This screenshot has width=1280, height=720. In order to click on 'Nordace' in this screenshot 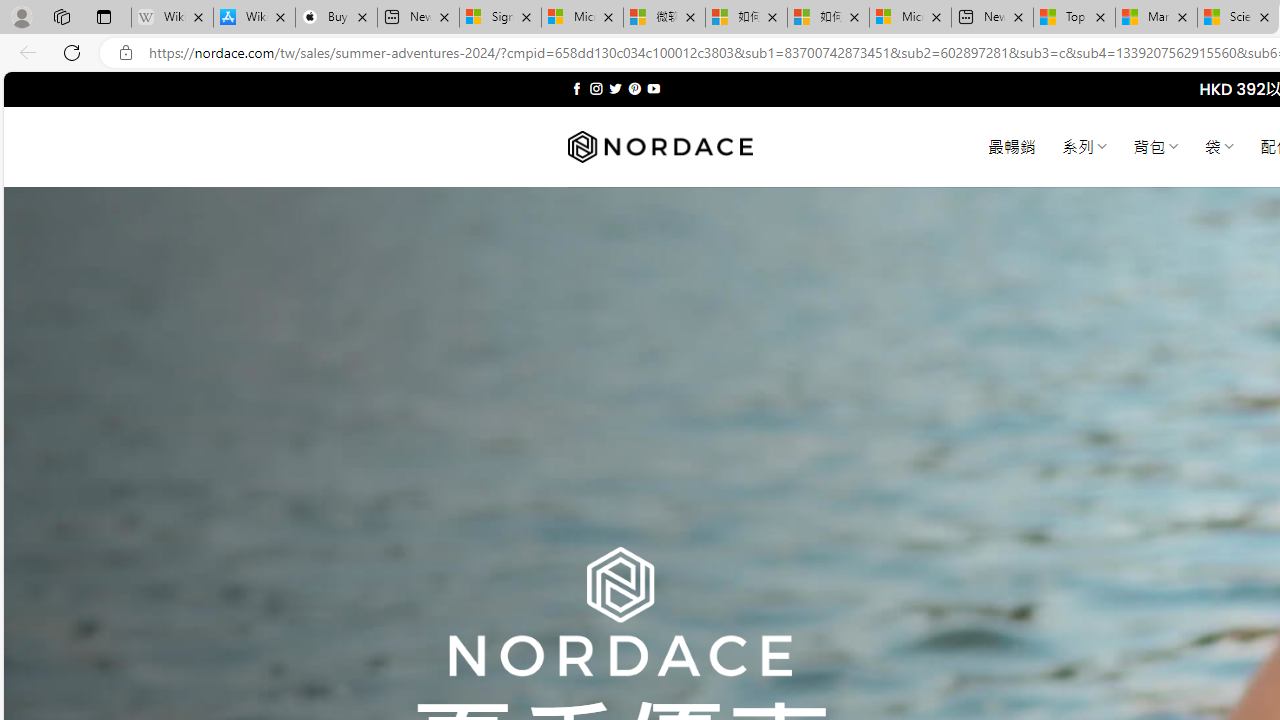, I will do `click(659, 146)`.